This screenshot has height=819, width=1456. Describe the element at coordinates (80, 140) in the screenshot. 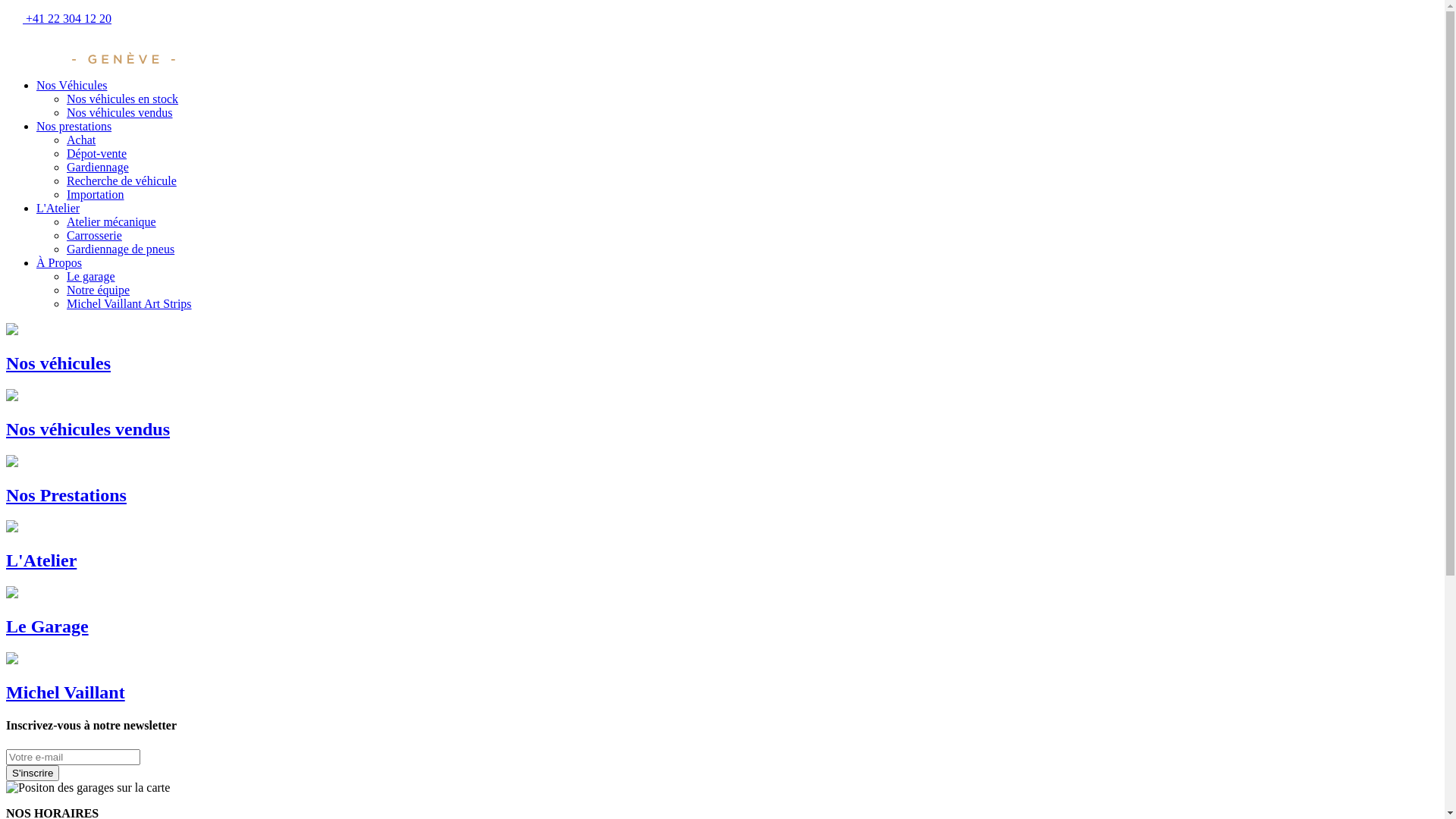

I see `'Achat'` at that location.